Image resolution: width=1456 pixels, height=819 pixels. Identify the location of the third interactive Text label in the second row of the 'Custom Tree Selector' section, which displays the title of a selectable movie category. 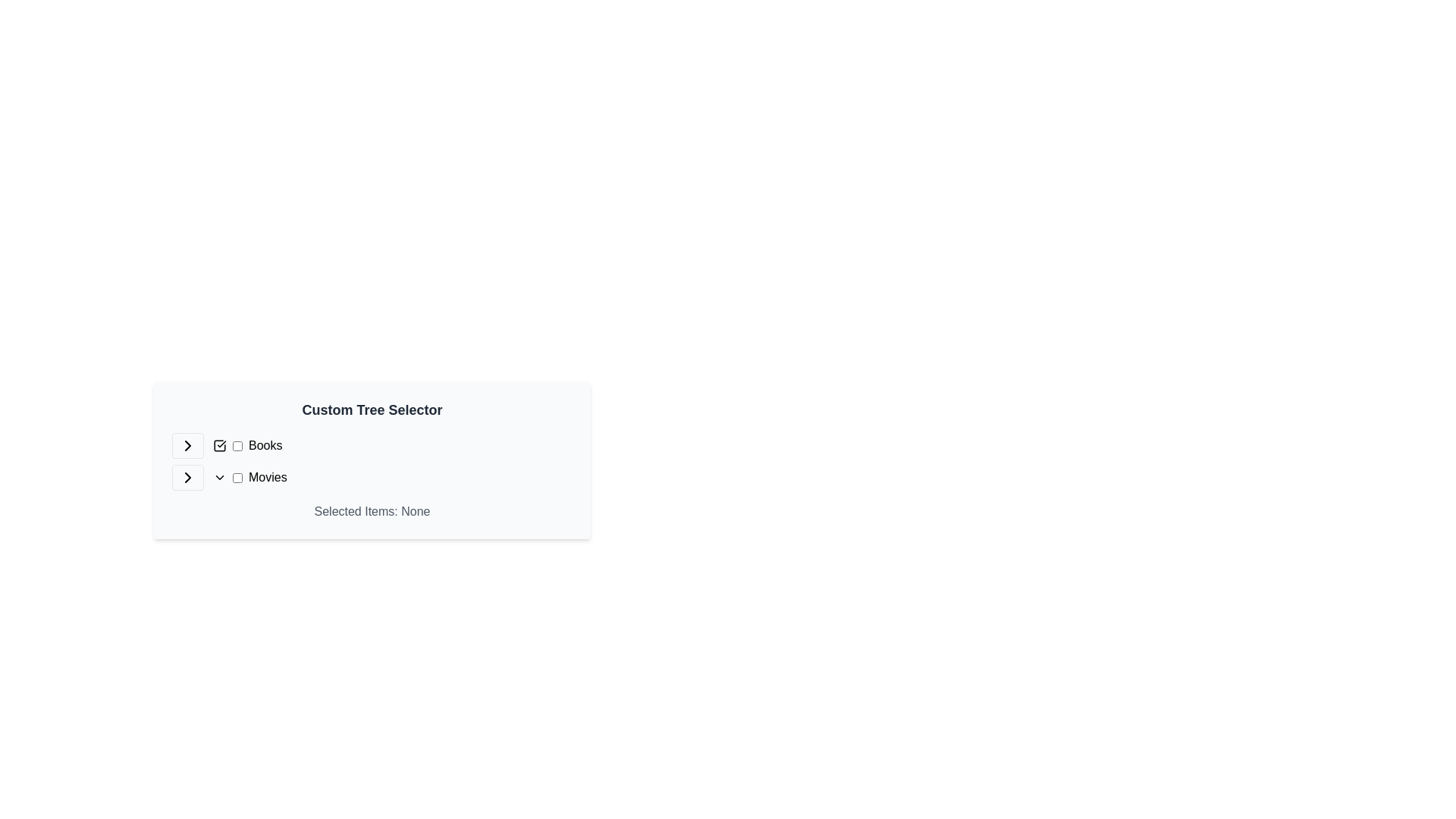
(249, 476).